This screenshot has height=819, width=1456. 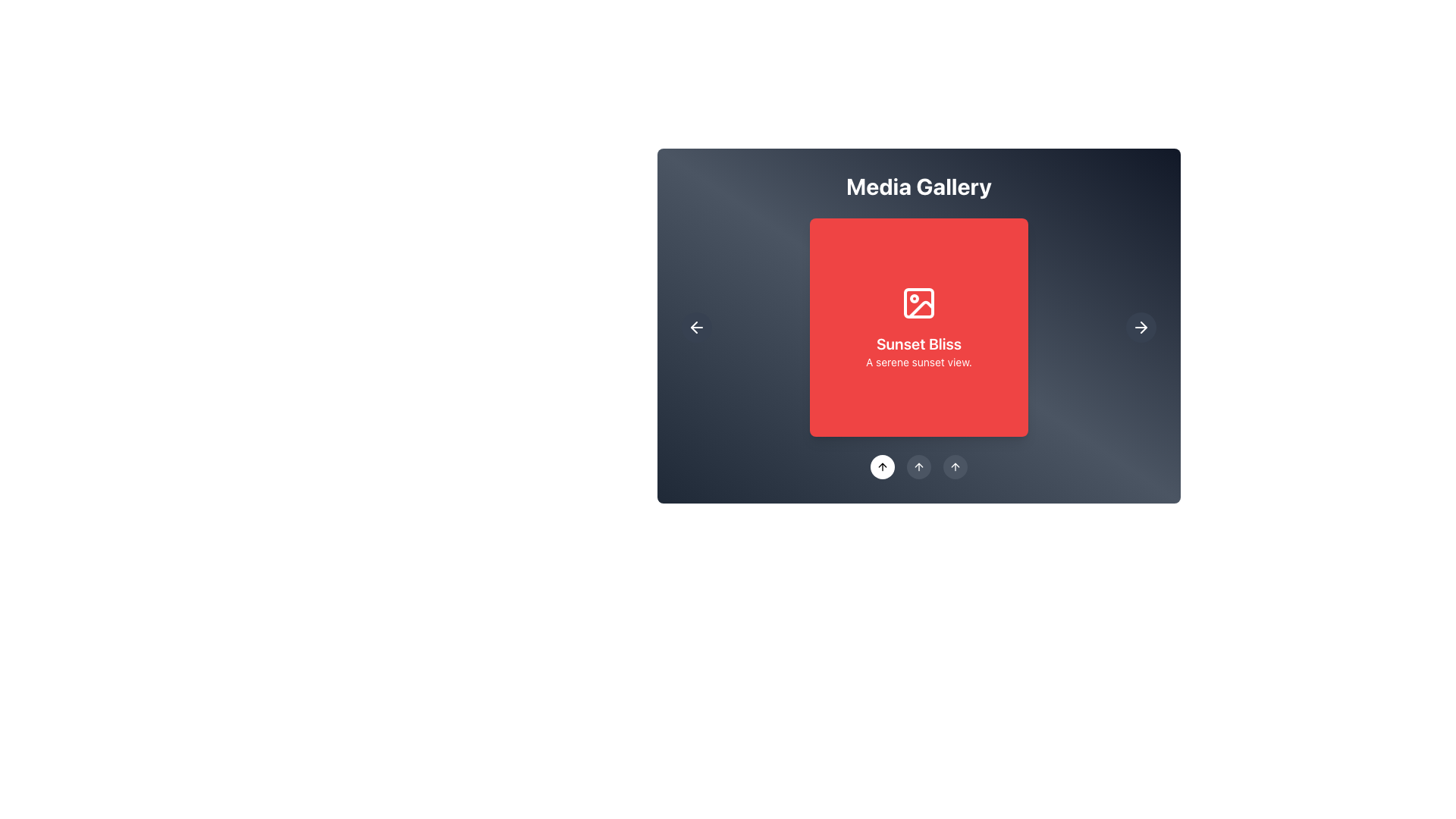 What do you see at coordinates (918, 362) in the screenshot?
I see `the second text element within the red card that serves as a description for the title 'Sunset Bliss', located directly underneath the title` at bounding box center [918, 362].